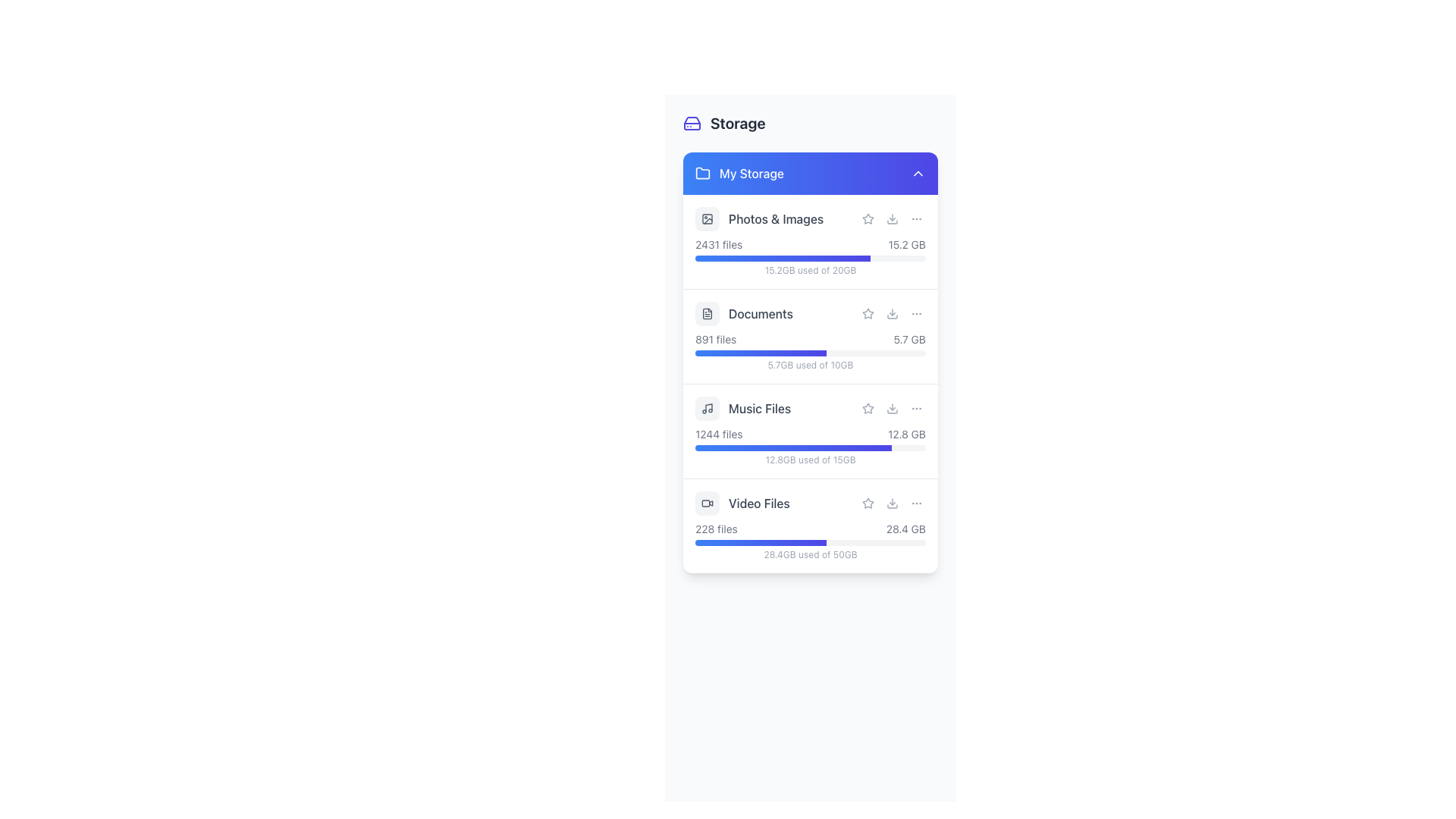 The height and width of the screenshot is (819, 1456). What do you see at coordinates (916, 503) in the screenshot?
I see `the third button in the horizontal row of interactive elements in the 'Video Files' section` at bounding box center [916, 503].